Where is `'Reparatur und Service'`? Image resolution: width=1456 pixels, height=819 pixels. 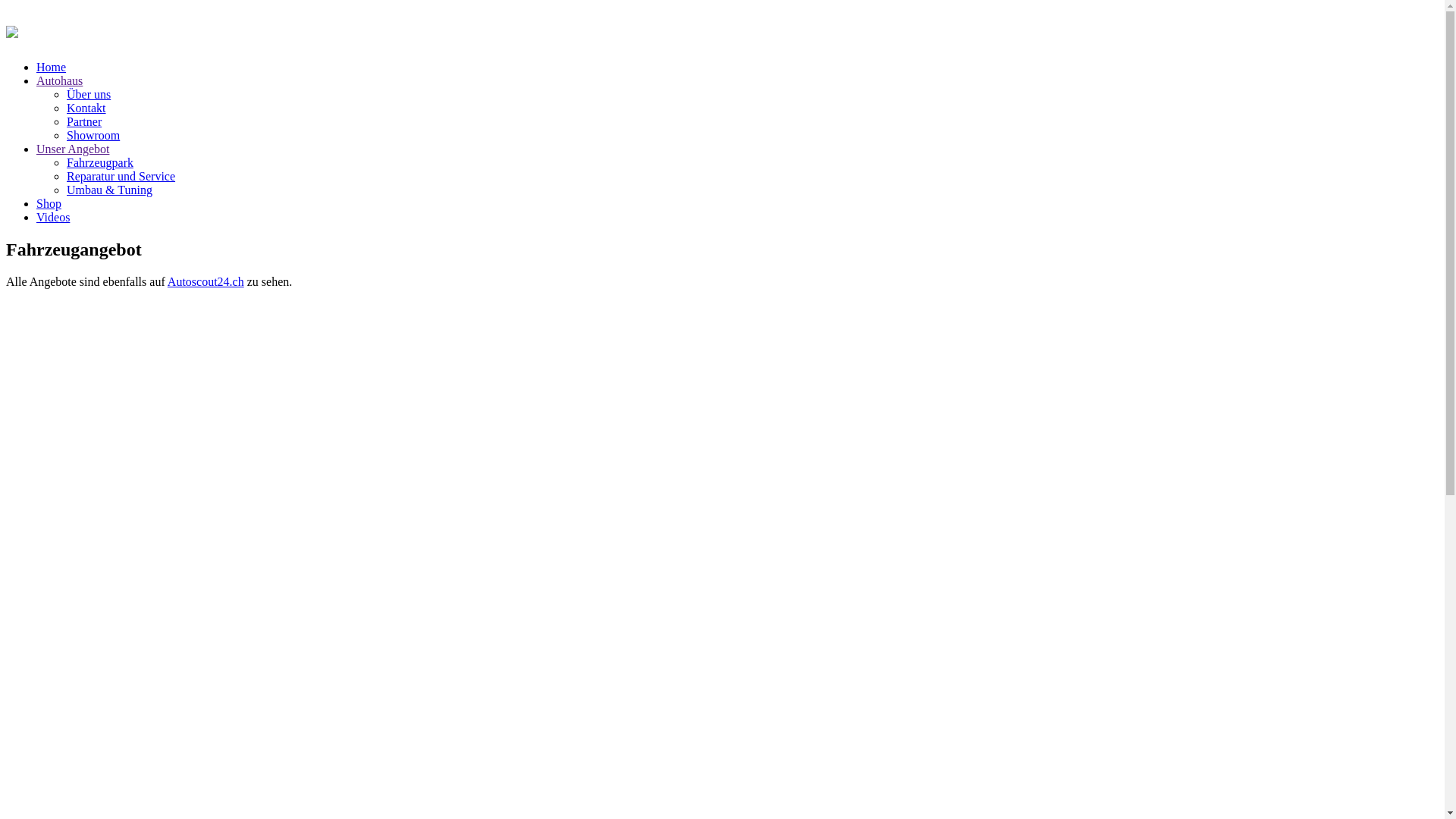 'Reparatur und Service' is located at coordinates (65, 175).